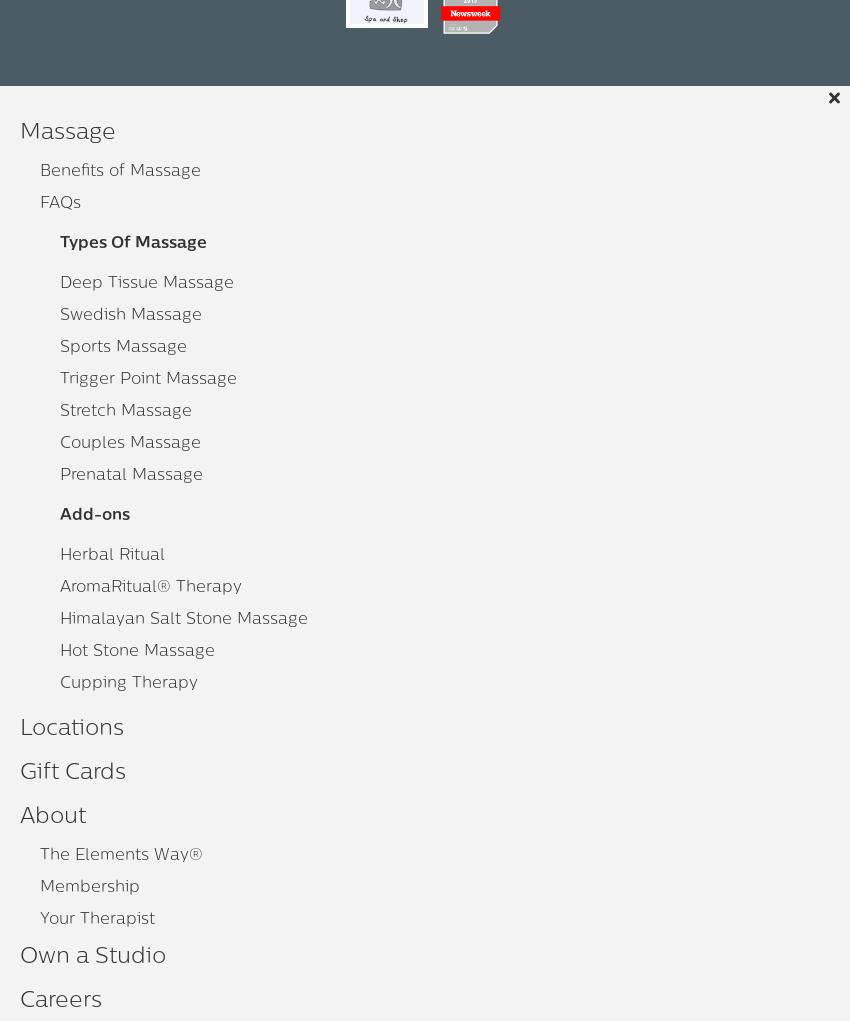 The width and height of the screenshot is (850, 1021). Describe the element at coordinates (61, 1001) in the screenshot. I see `'Careers'` at that location.